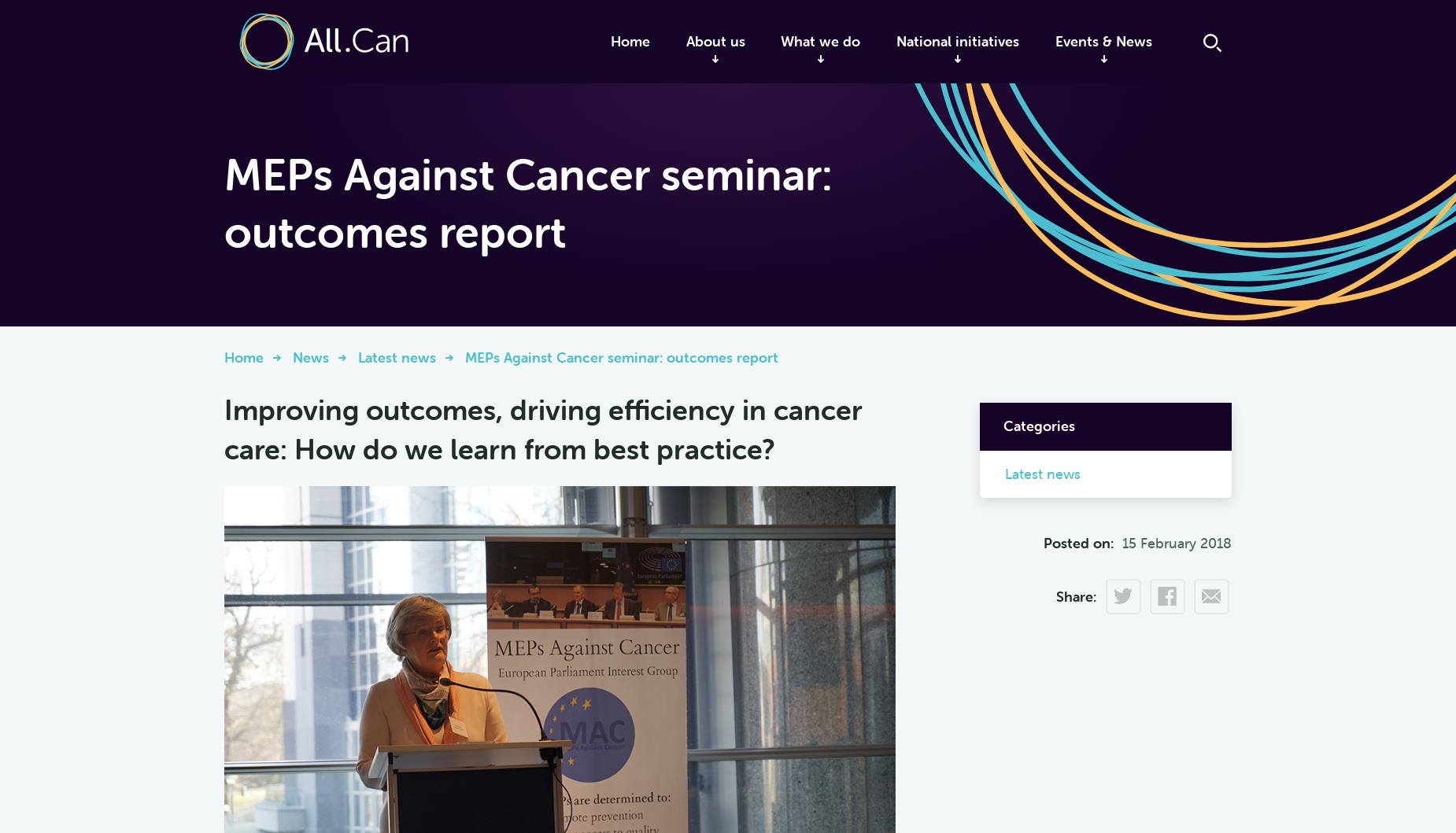  Describe the element at coordinates (309, 357) in the screenshot. I see `'News'` at that location.